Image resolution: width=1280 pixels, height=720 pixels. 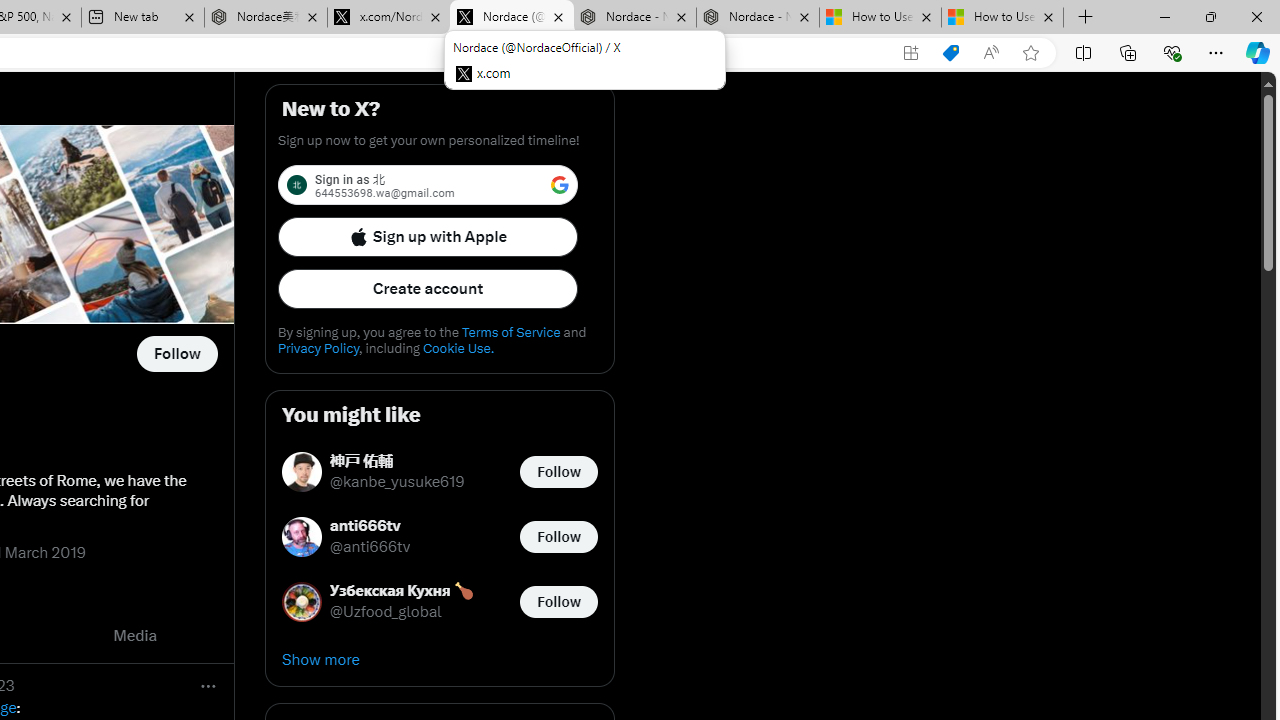 What do you see at coordinates (558, 471) in the screenshot?
I see `'Follow @kanbe_yusuke619'` at bounding box center [558, 471].